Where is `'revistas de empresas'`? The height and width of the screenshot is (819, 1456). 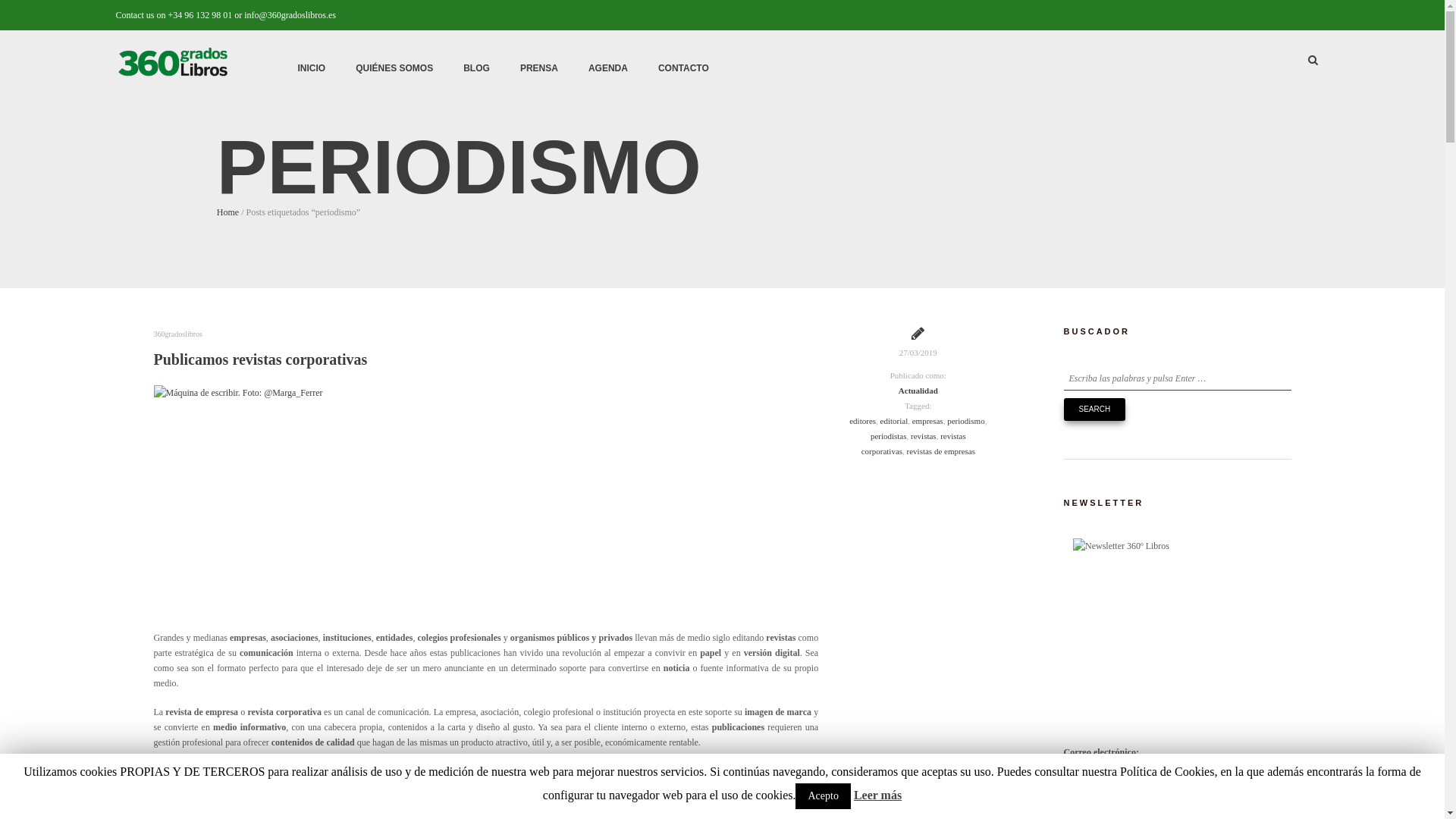
'revistas de empresas' is located at coordinates (940, 450).